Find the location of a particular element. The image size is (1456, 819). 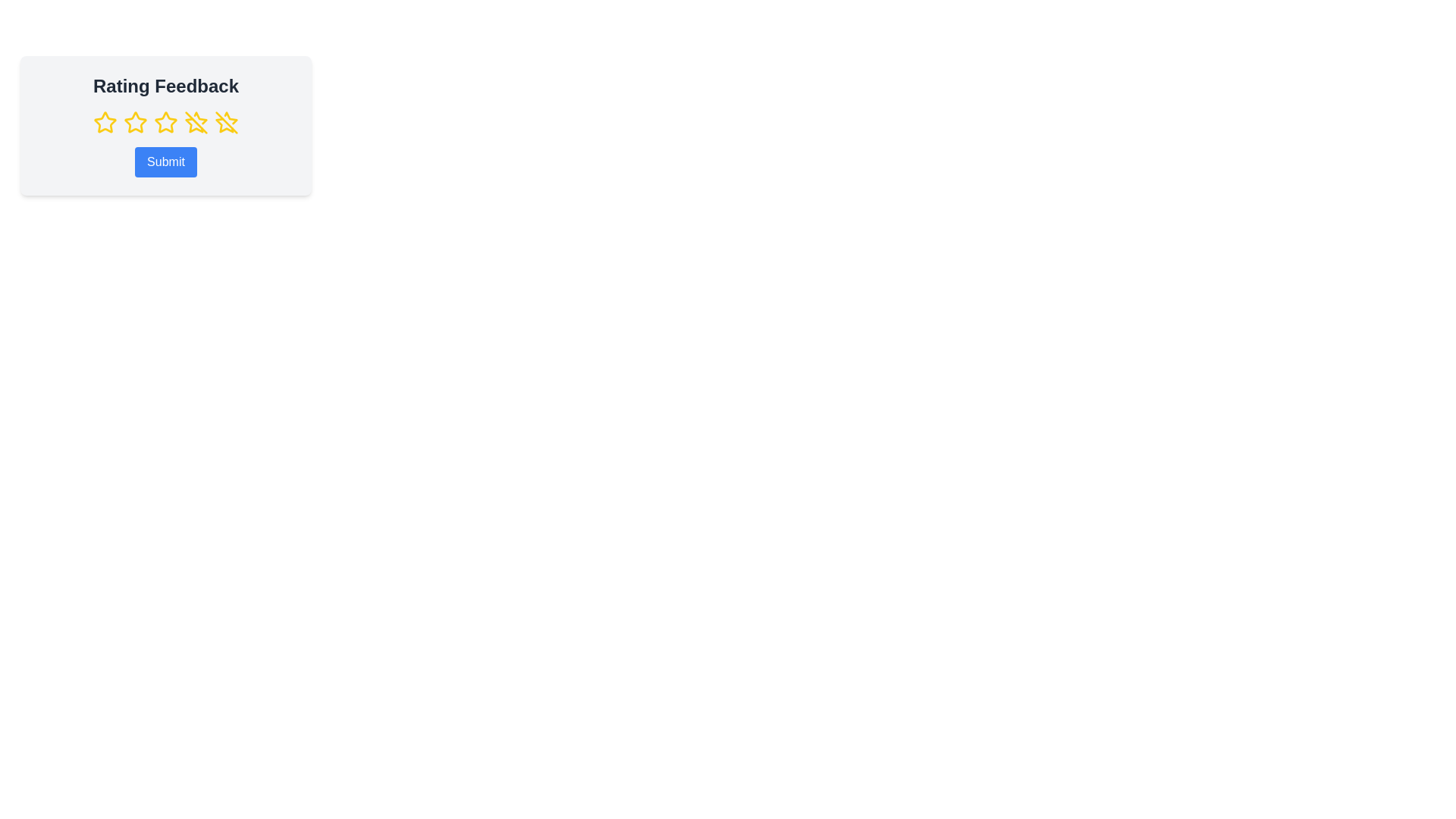

the second star-shaped rating icon with a yellow outline in a horizontal arrangement of five stars is located at coordinates (135, 121).